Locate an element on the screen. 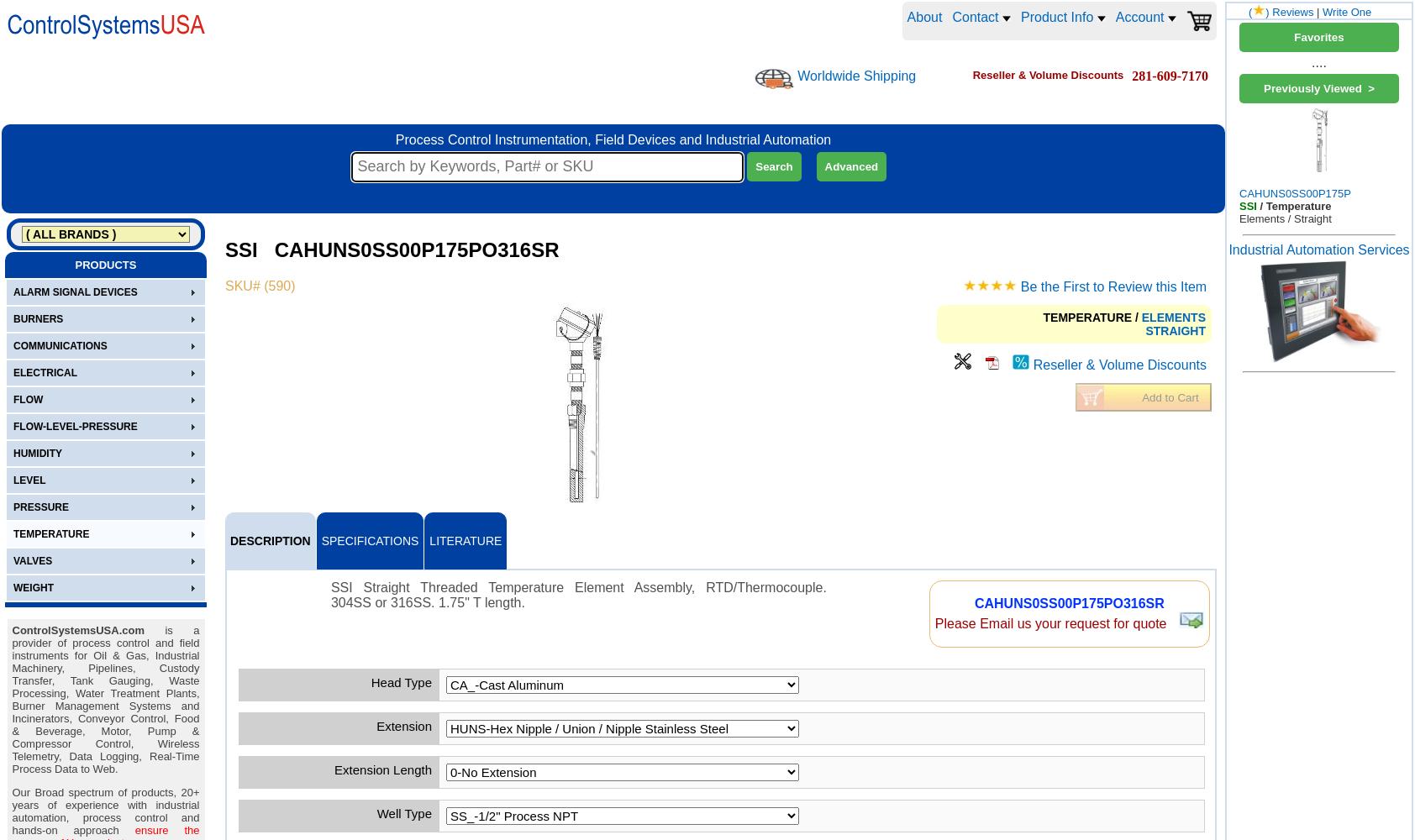 Image resolution: width=1415 pixels, height=840 pixels. 'Account' is located at coordinates (1140, 17).